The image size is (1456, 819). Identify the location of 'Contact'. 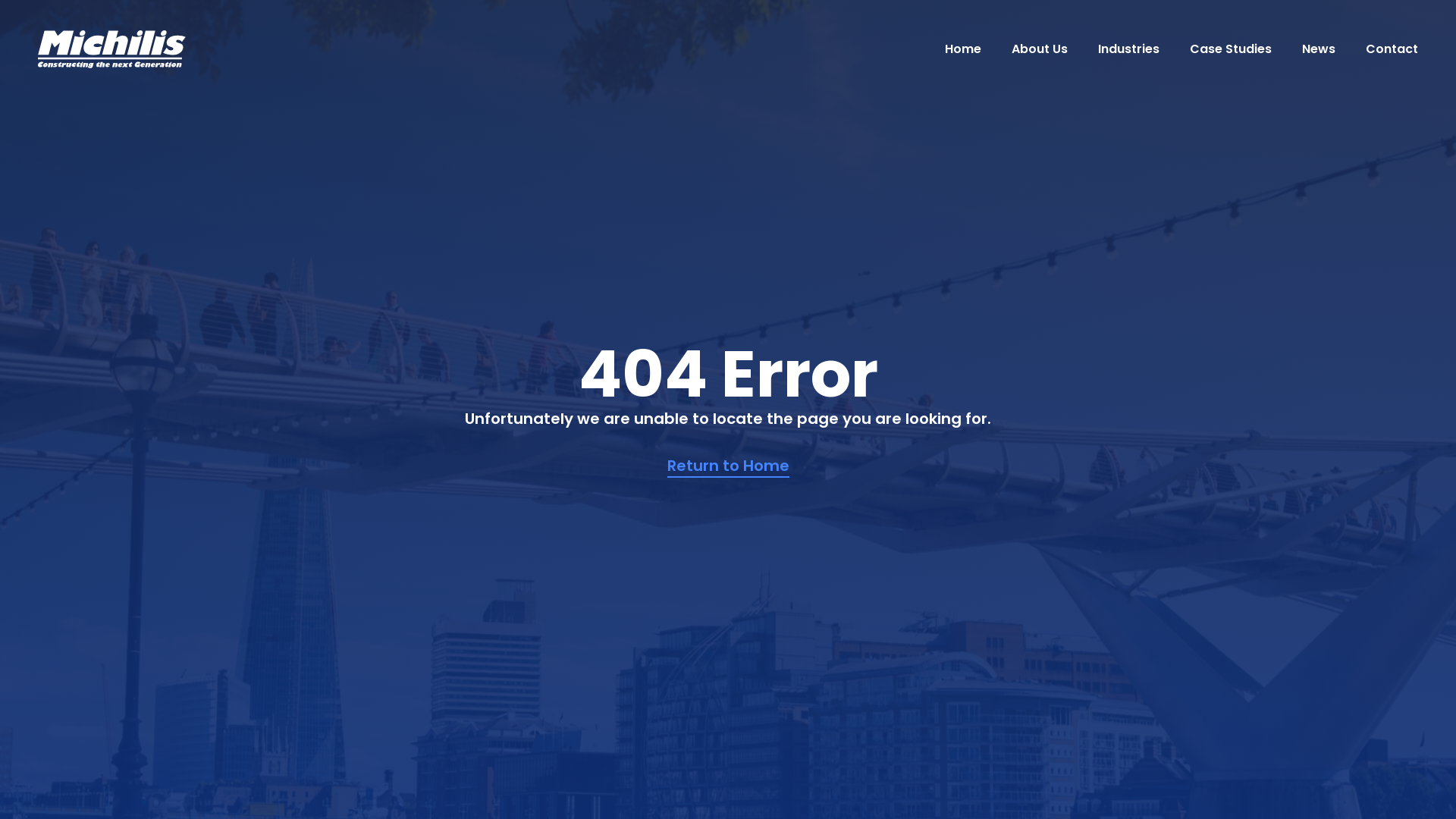
(1365, 48).